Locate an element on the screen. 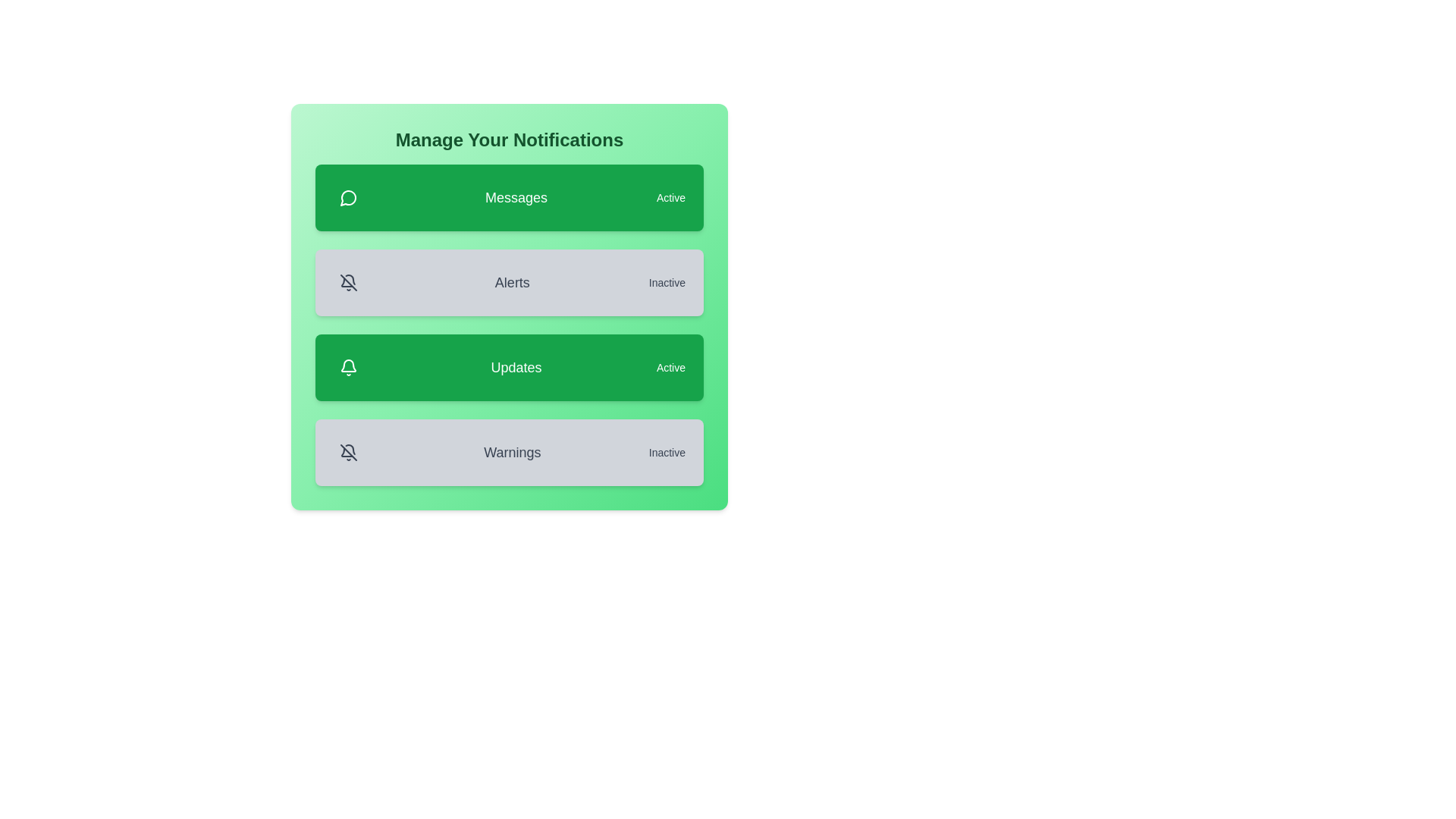 This screenshot has height=819, width=1456. the notification card for Warnings is located at coordinates (510, 452).